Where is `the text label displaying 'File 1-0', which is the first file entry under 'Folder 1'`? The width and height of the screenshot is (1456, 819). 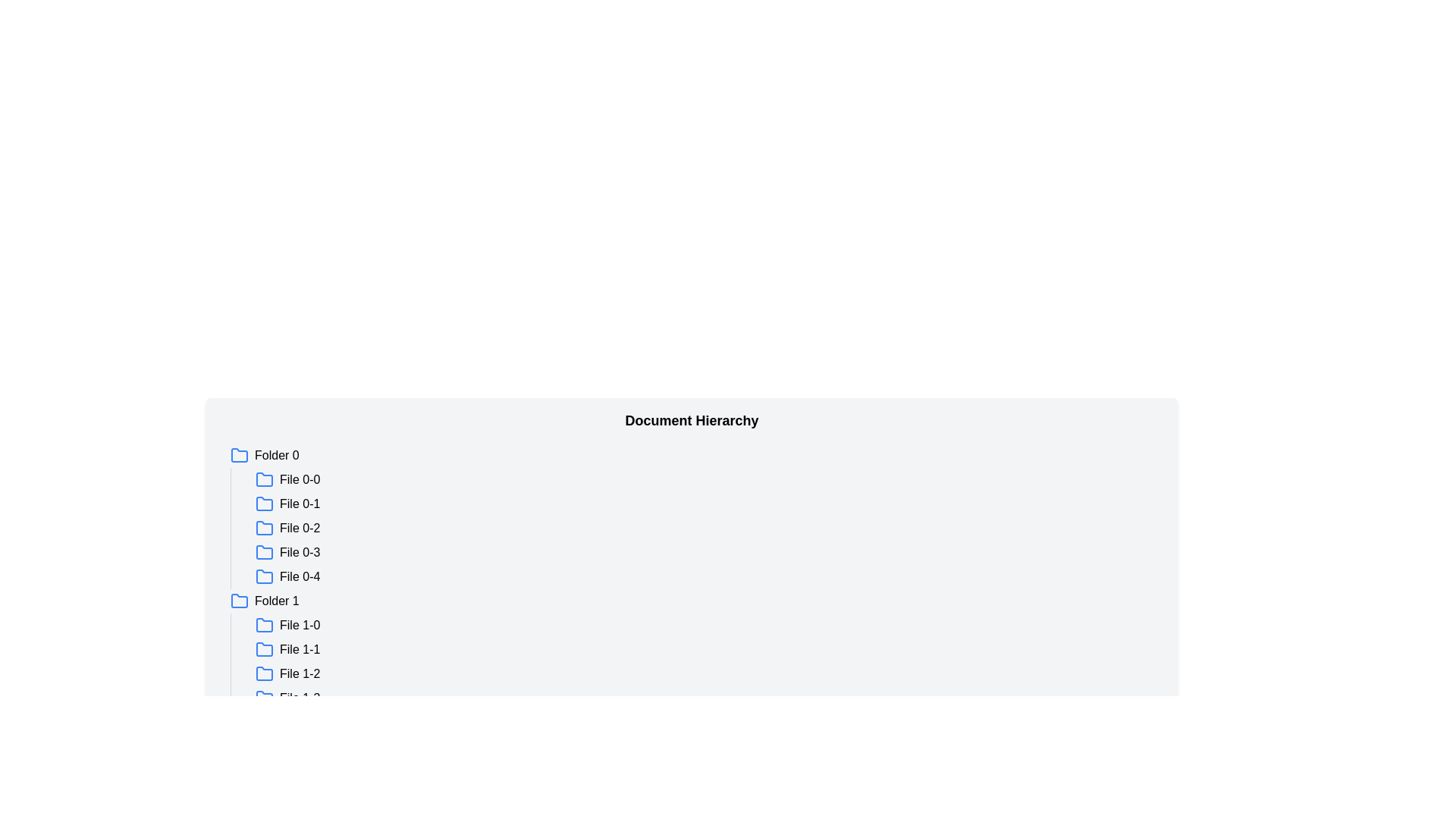
the text label displaying 'File 1-0', which is the first file entry under 'Folder 1' is located at coordinates (300, 626).